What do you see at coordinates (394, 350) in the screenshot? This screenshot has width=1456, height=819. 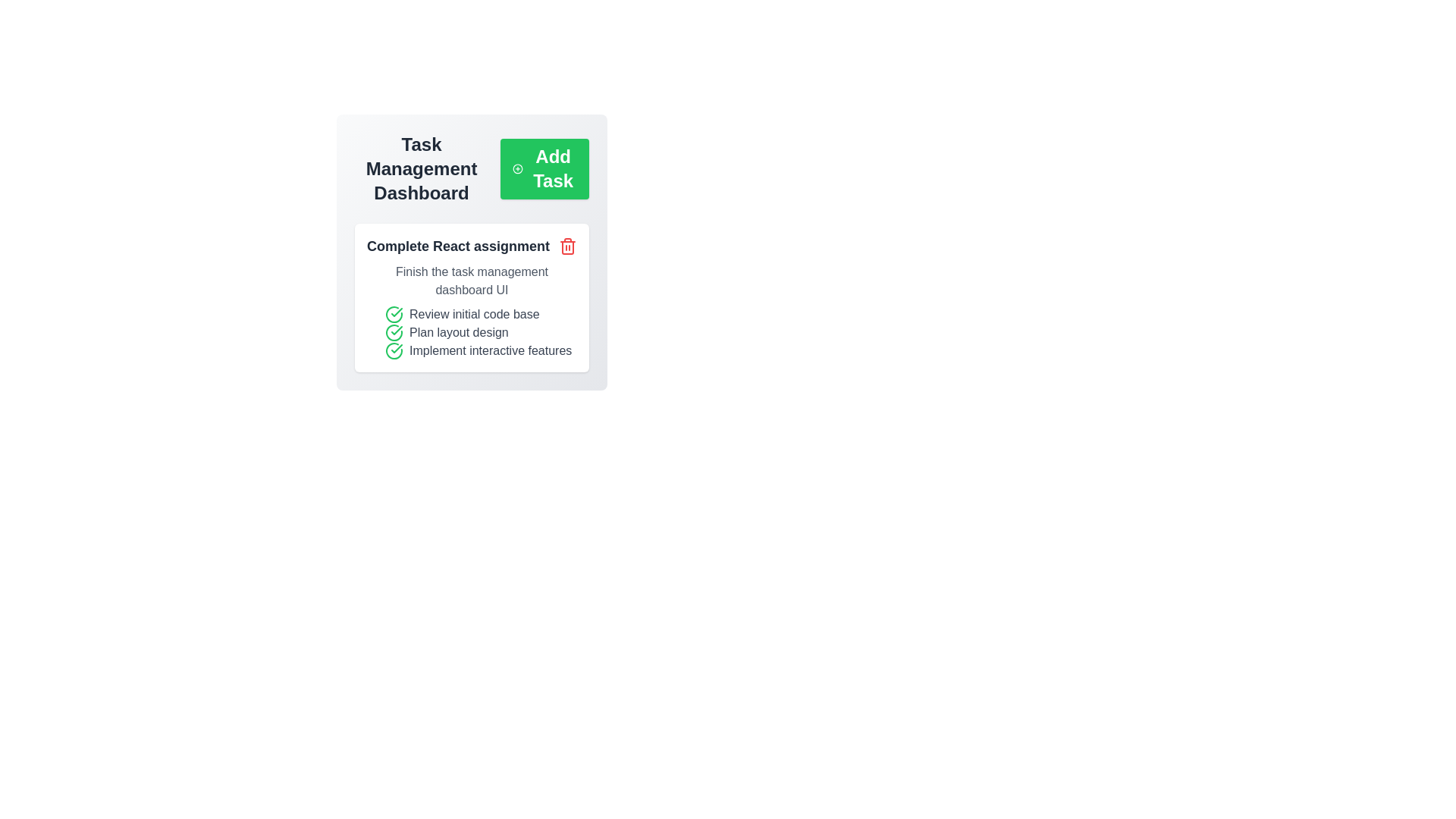 I see `the green checkmark icon located to the left of the 'Plan layout design' task in the 'Complete React assignment' section` at bounding box center [394, 350].